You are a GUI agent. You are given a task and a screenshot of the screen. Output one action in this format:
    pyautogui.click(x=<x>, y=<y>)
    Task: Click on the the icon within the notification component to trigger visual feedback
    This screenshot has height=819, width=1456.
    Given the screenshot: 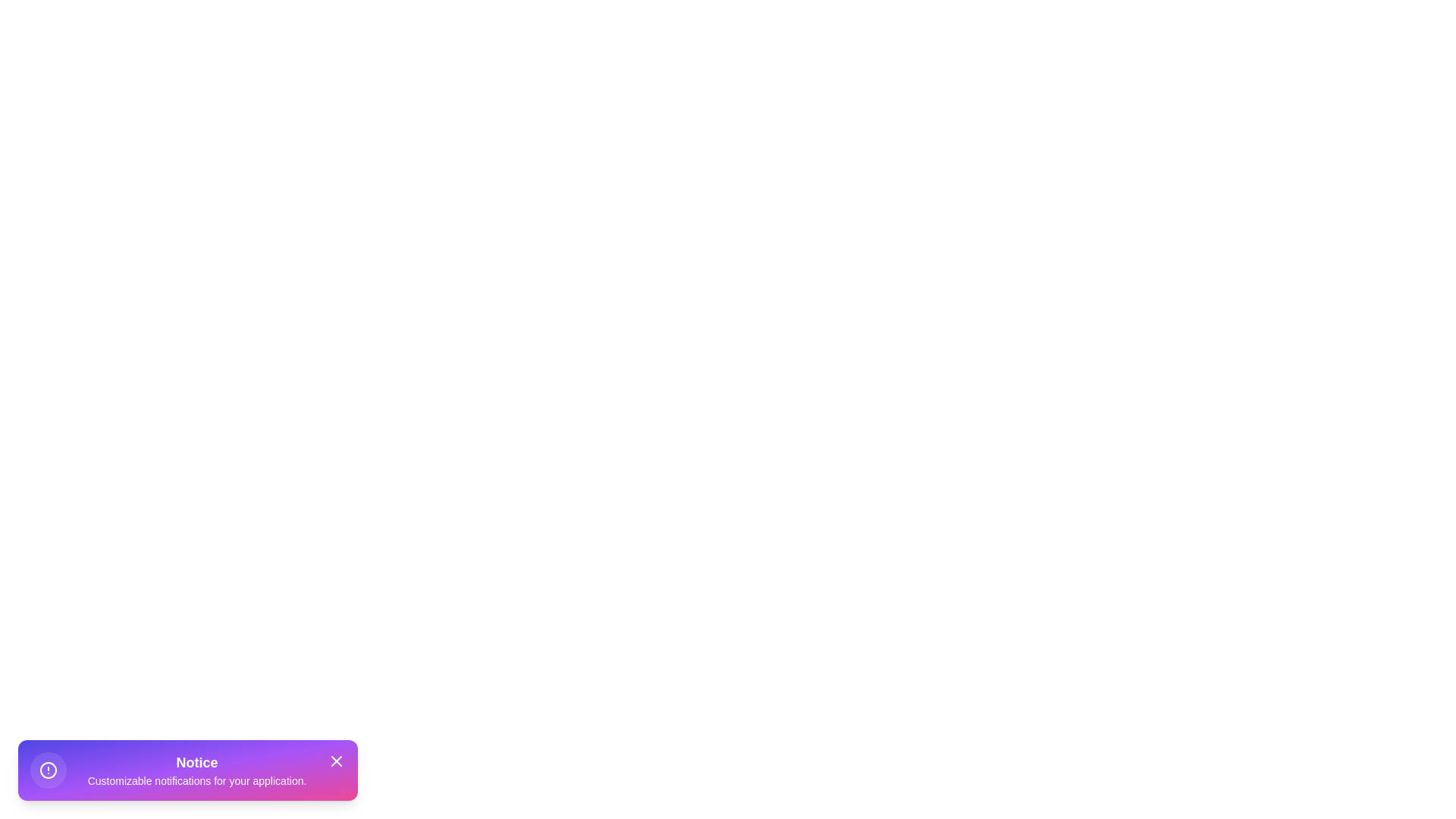 What is the action you would take?
    pyautogui.click(x=48, y=770)
    